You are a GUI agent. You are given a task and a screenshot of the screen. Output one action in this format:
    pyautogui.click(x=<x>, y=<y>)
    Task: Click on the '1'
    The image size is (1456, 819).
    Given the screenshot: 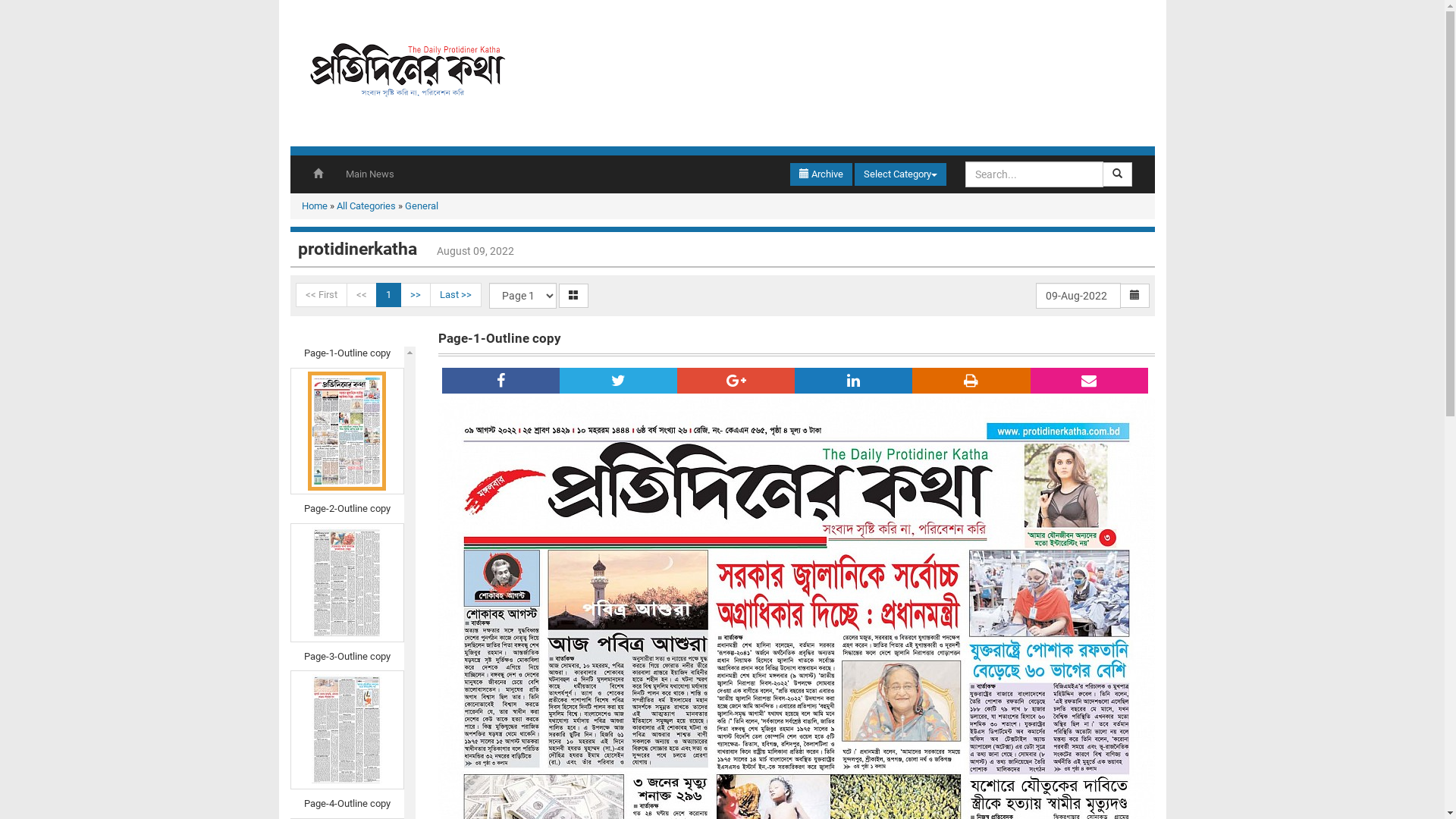 What is the action you would take?
    pyautogui.click(x=388, y=295)
    